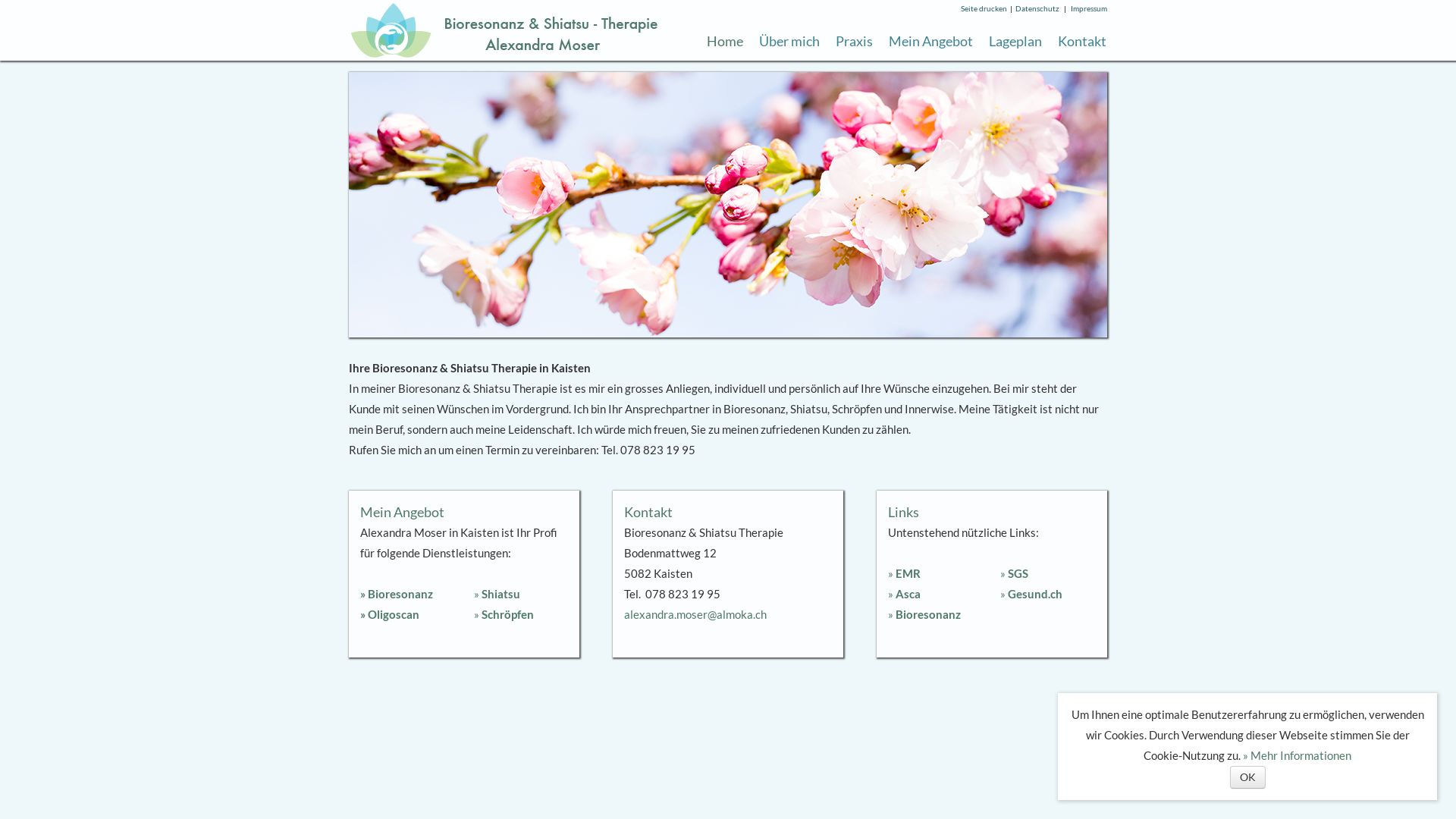 The width and height of the screenshot is (1456, 819). What do you see at coordinates (1069, 8) in the screenshot?
I see `'Impressum'` at bounding box center [1069, 8].